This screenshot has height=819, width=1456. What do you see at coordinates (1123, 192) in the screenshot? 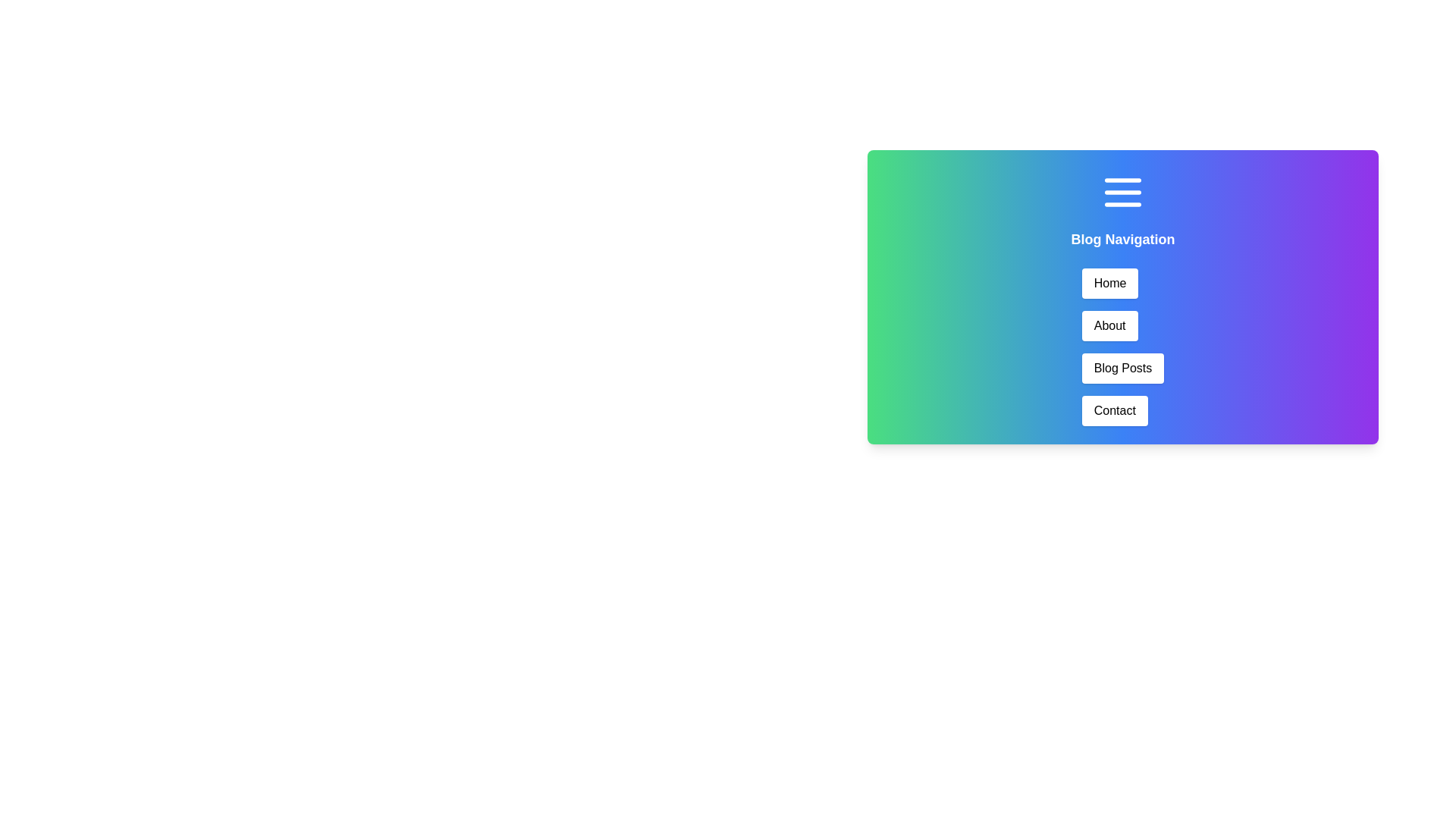
I see `the menu icon to open additional options` at bounding box center [1123, 192].